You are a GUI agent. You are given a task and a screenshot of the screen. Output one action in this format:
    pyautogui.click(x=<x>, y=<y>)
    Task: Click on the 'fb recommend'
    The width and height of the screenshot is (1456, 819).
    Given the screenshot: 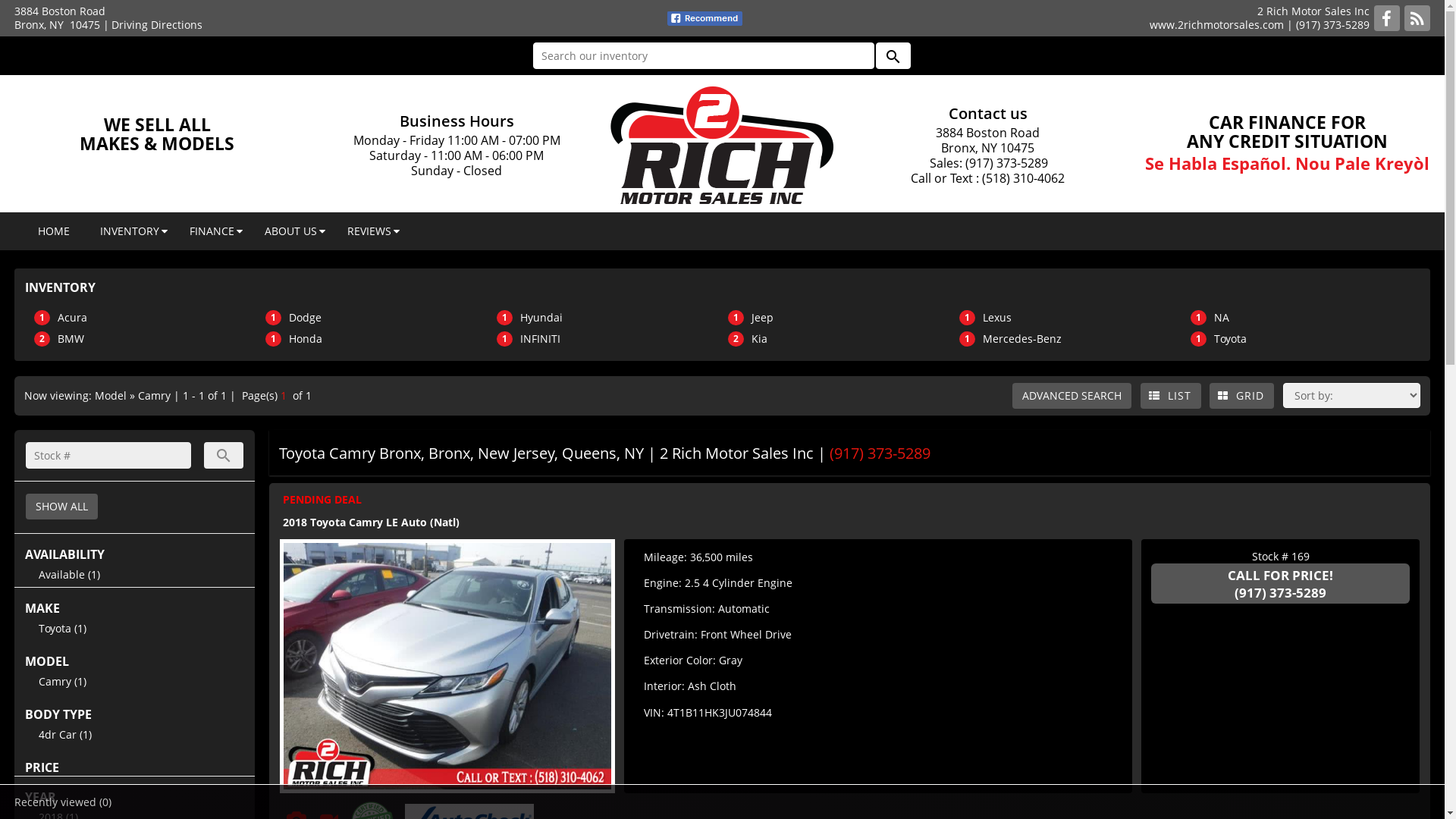 What is the action you would take?
    pyautogui.click(x=704, y=18)
    